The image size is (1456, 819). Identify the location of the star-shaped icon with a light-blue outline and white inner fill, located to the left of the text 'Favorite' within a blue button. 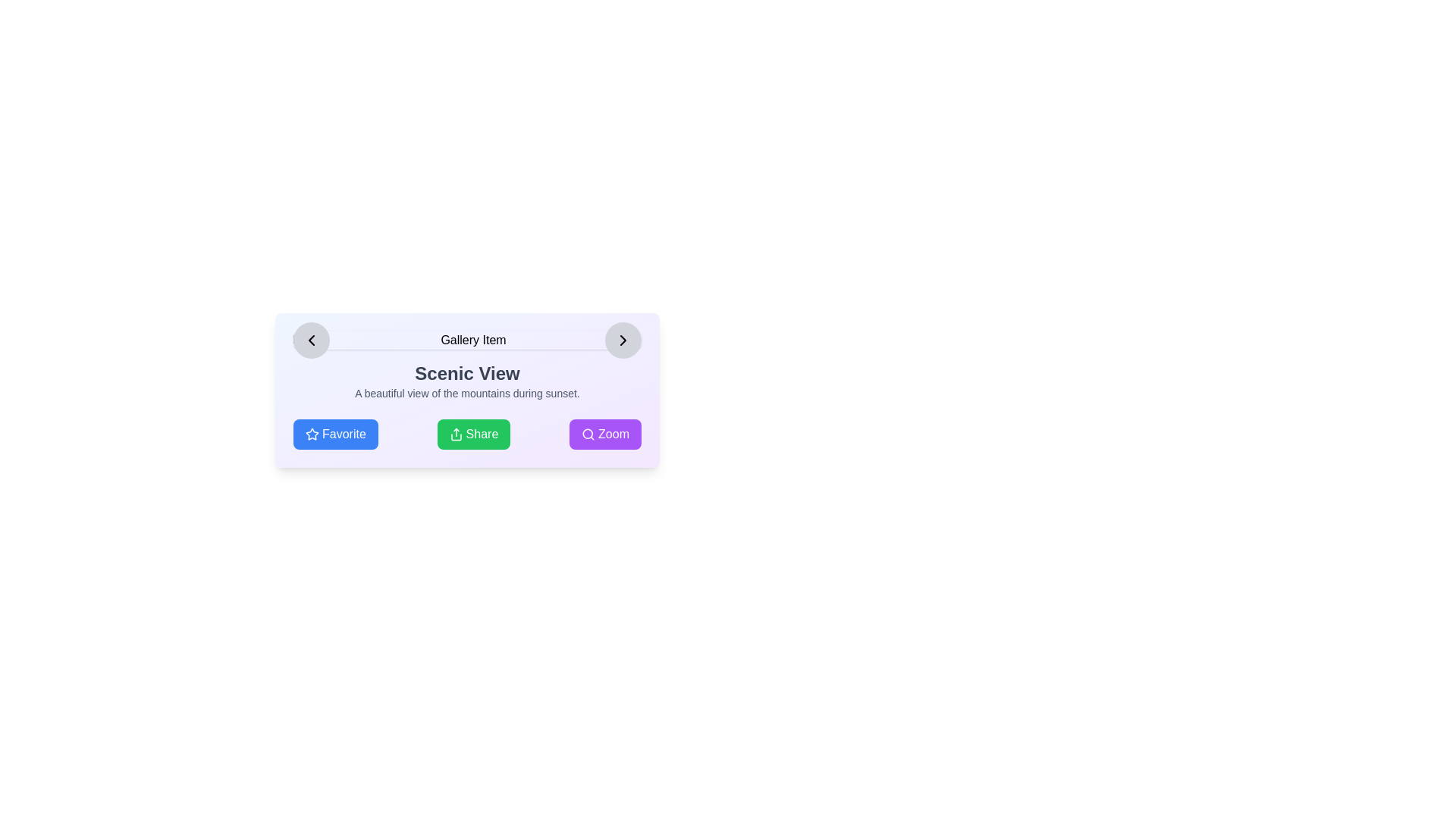
(312, 435).